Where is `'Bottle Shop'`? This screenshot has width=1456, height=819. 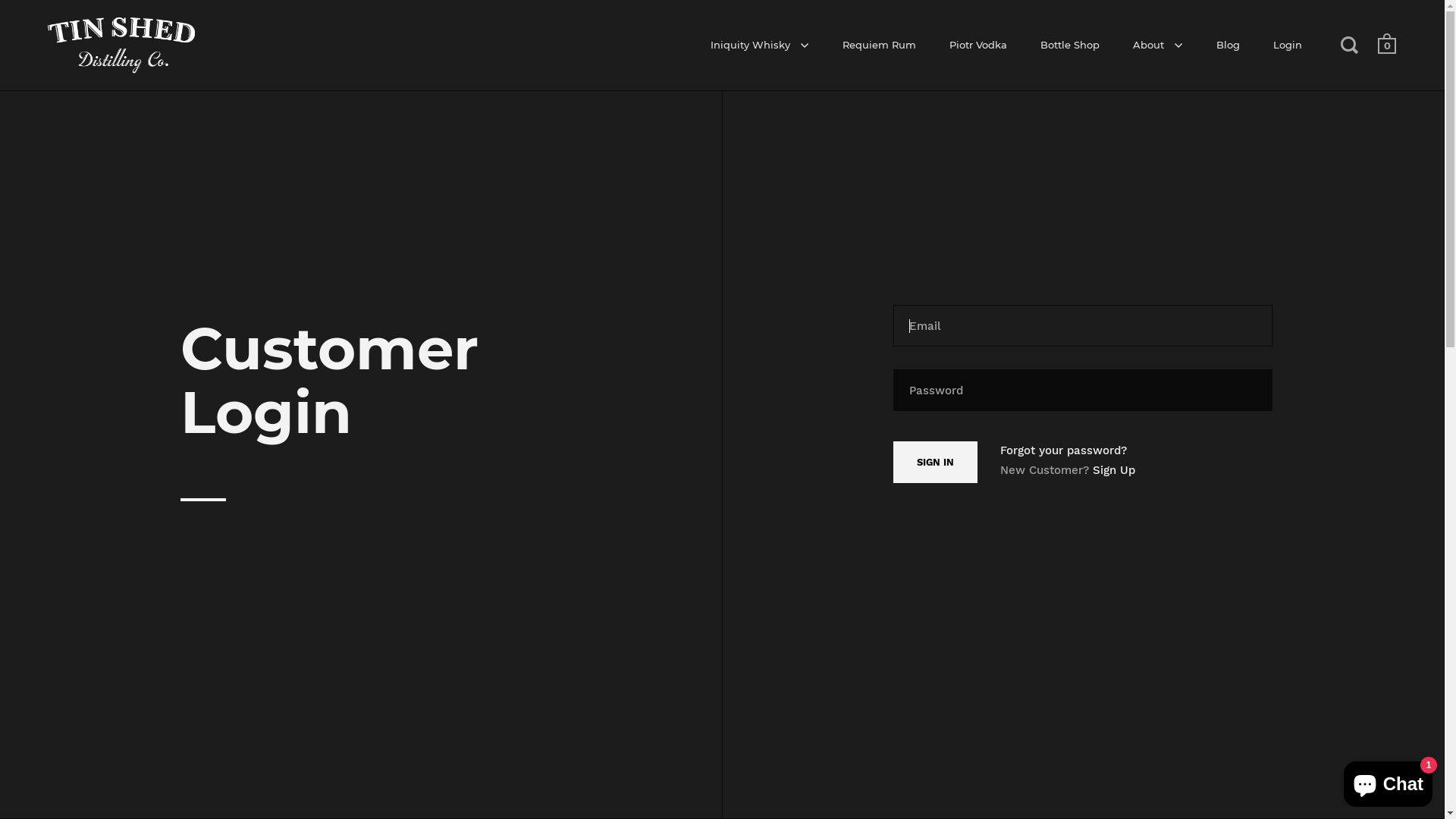 'Bottle Shop' is located at coordinates (1069, 44).